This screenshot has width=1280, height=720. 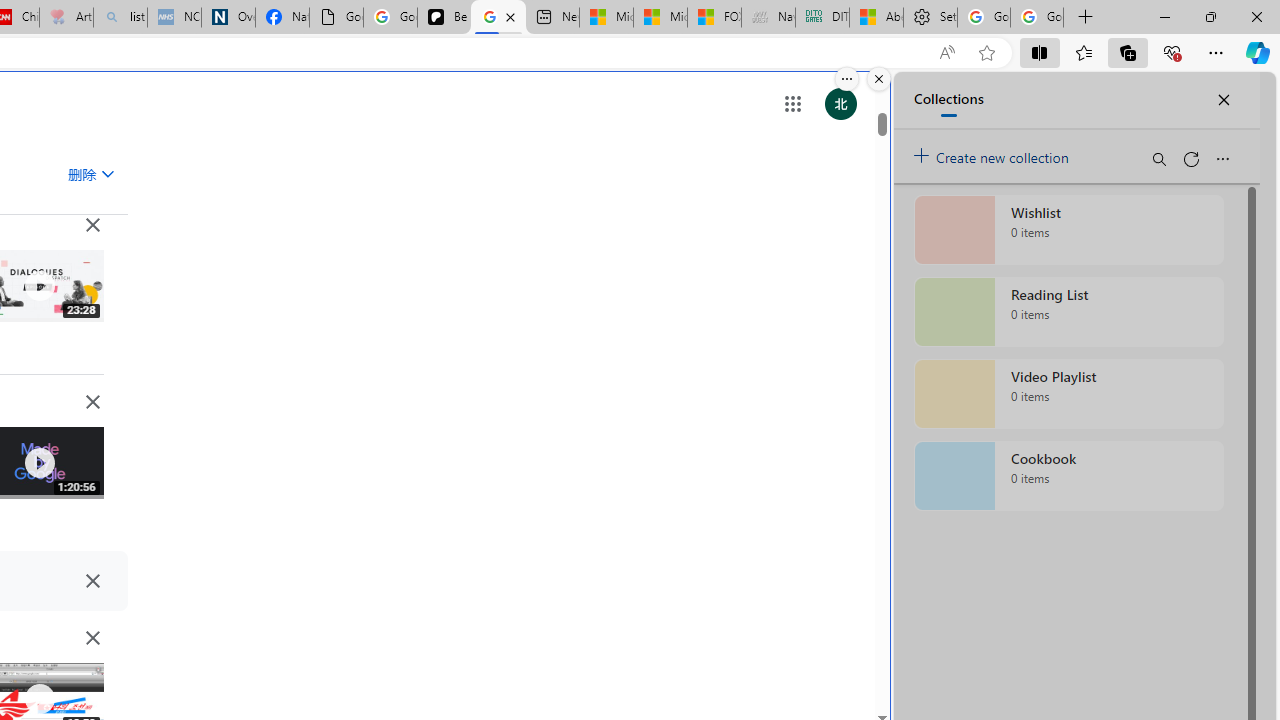 What do you see at coordinates (91, 637) in the screenshot?
I see `'Class: TjcpUd NMm5M'` at bounding box center [91, 637].